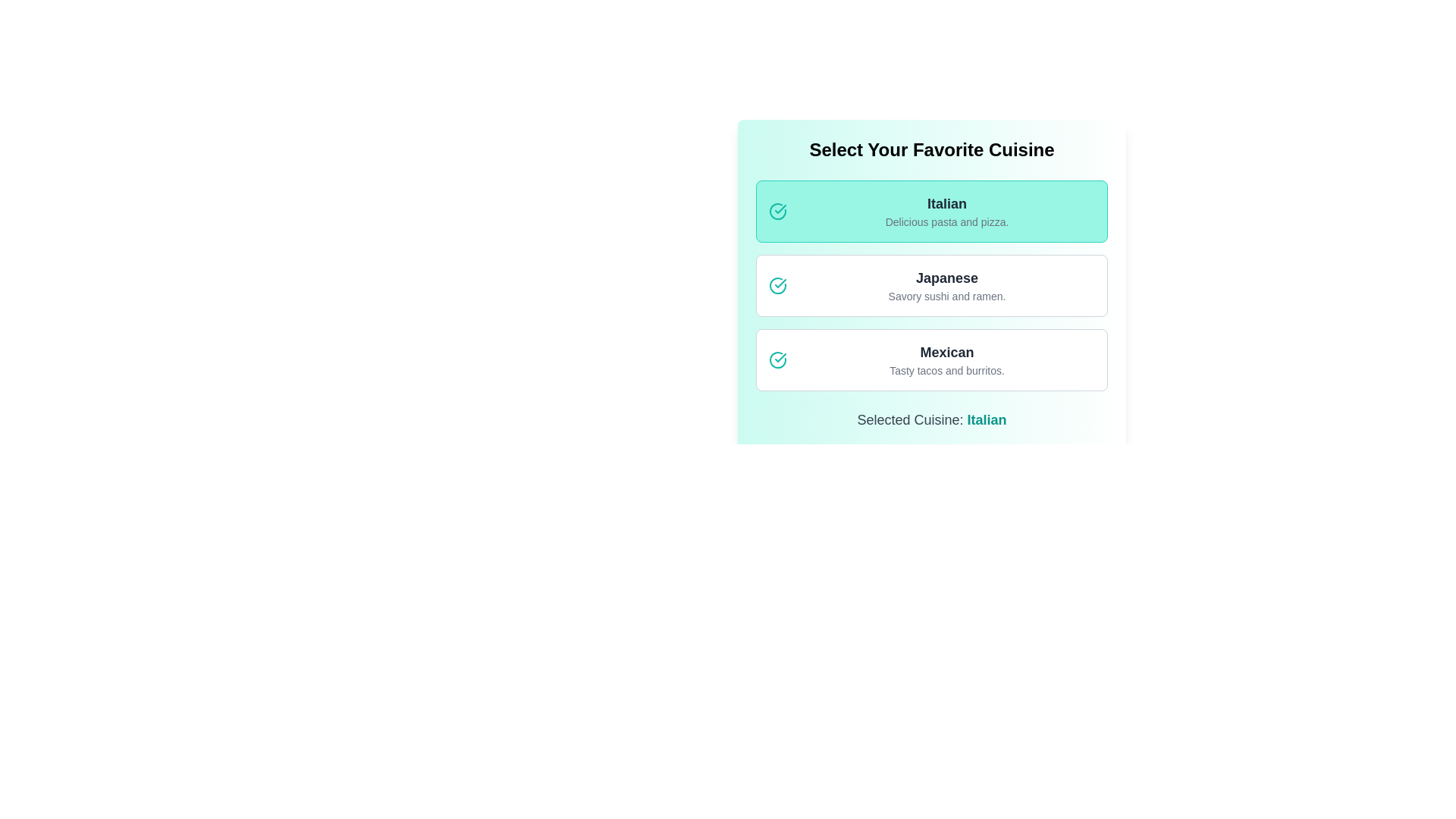 The image size is (1456, 819). What do you see at coordinates (778, 211) in the screenshot?
I see `the decorative and indicative icon representing the selection status of the first selectable option in the 'Select Your Favorite Cuisine' list` at bounding box center [778, 211].